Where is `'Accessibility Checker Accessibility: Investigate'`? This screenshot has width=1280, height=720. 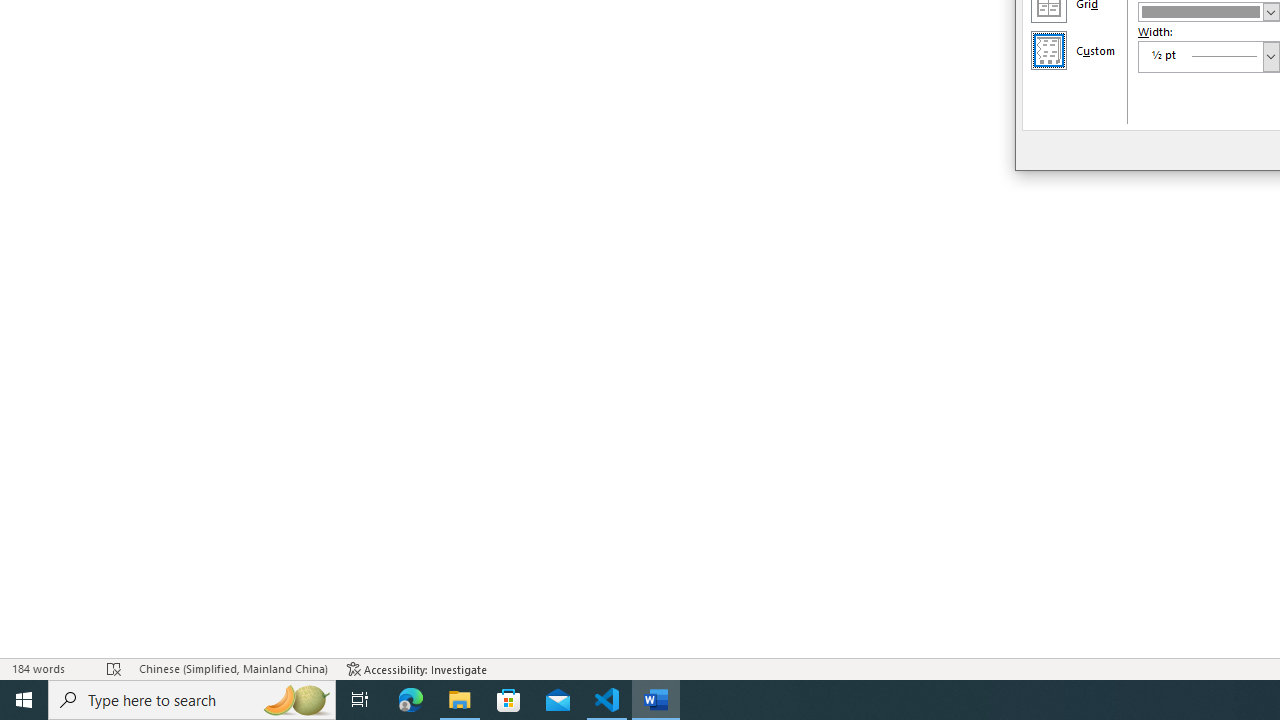 'Accessibility Checker Accessibility: Investigate' is located at coordinates (416, 669).